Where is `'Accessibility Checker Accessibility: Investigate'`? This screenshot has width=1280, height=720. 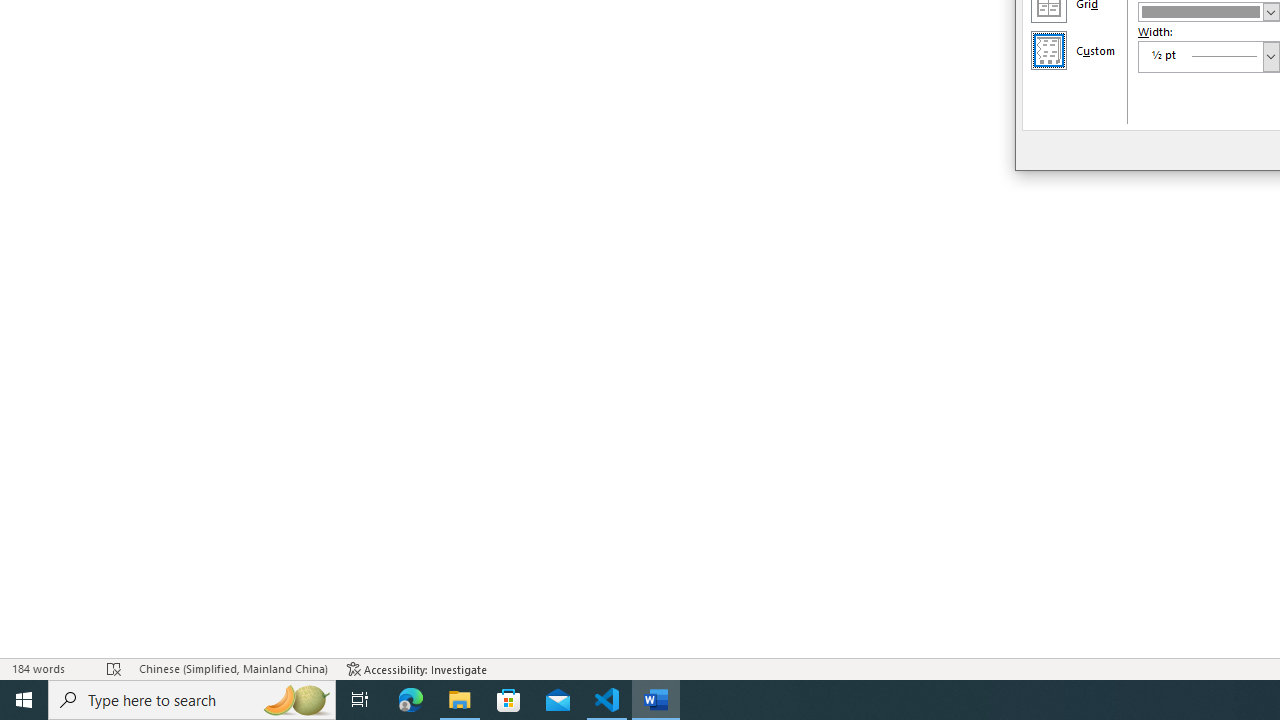 'Accessibility Checker Accessibility: Investigate' is located at coordinates (416, 669).